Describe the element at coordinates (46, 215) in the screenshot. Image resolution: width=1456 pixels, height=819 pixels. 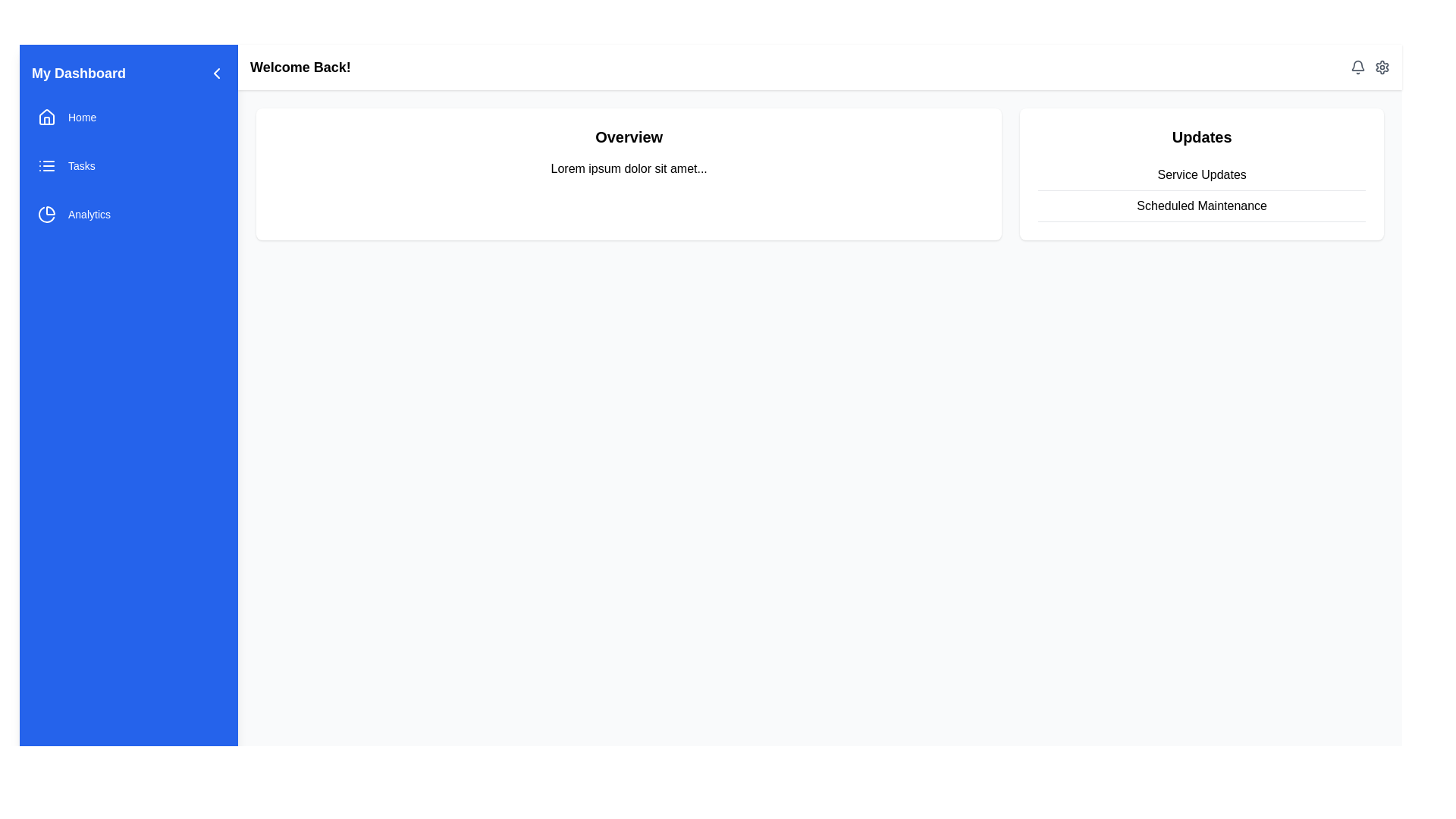
I see `the 'Analytics' icon in the vertical navigation menu located on the left sidebar, positioned between the 'Tasks' menu item and the 'Analytics' label` at that location.